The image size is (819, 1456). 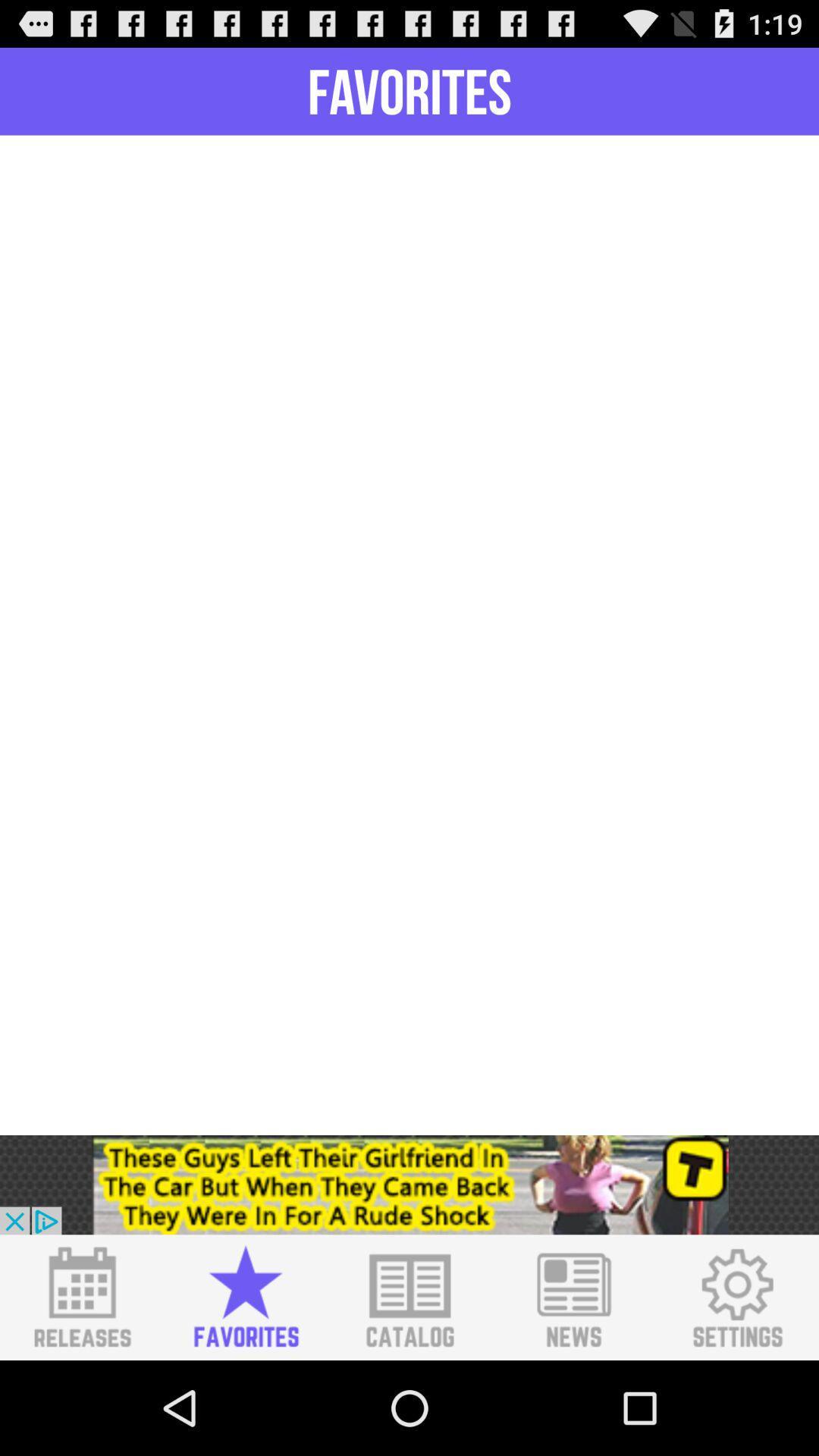 I want to click on your favorites, so click(x=245, y=1297).